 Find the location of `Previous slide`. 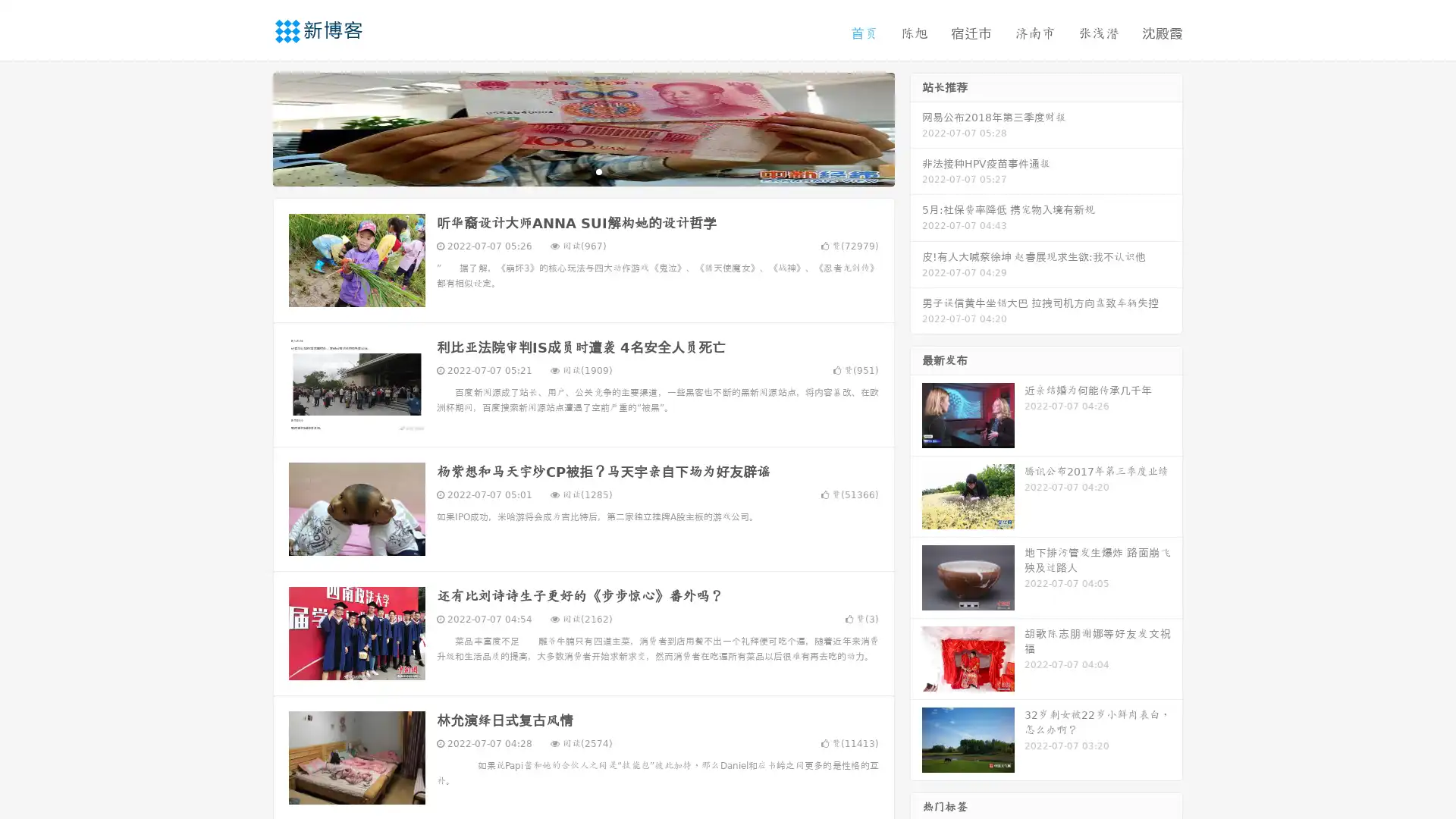

Previous slide is located at coordinates (250, 127).